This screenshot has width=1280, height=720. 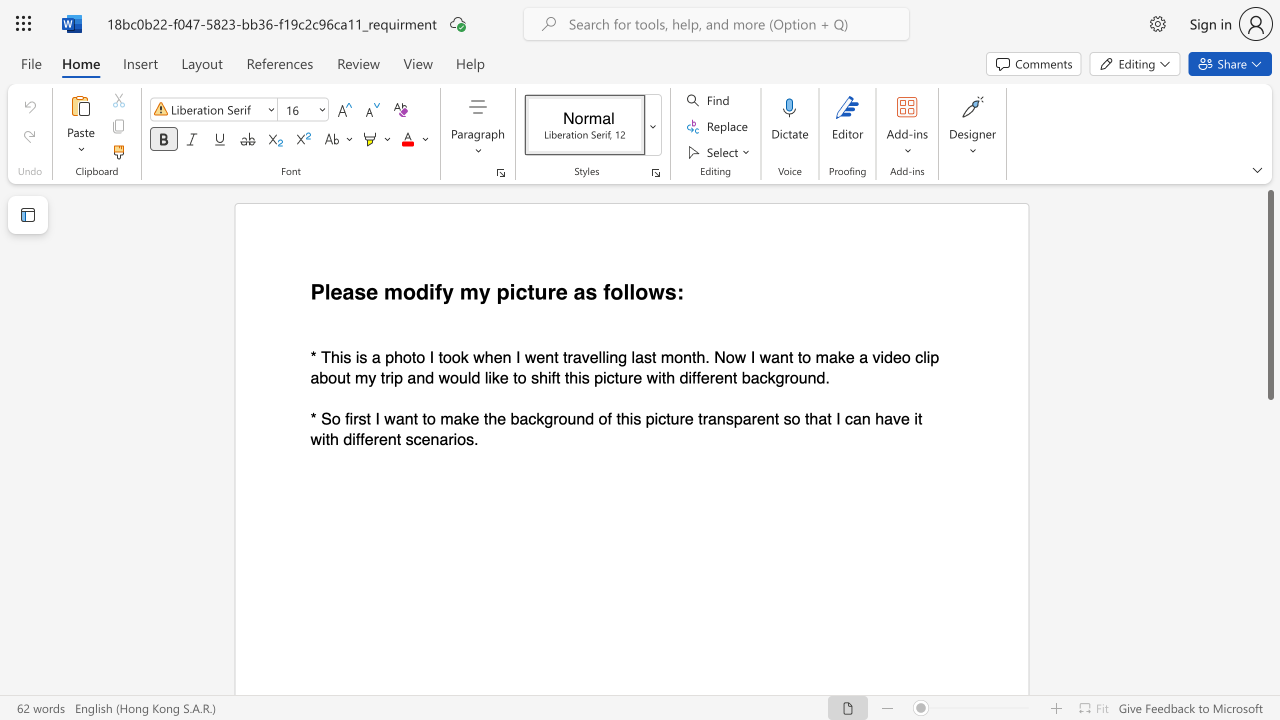 What do you see at coordinates (648, 292) in the screenshot?
I see `the subset text "ws:" within the text "Please modify my picture as follows:"` at bounding box center [648, 292].